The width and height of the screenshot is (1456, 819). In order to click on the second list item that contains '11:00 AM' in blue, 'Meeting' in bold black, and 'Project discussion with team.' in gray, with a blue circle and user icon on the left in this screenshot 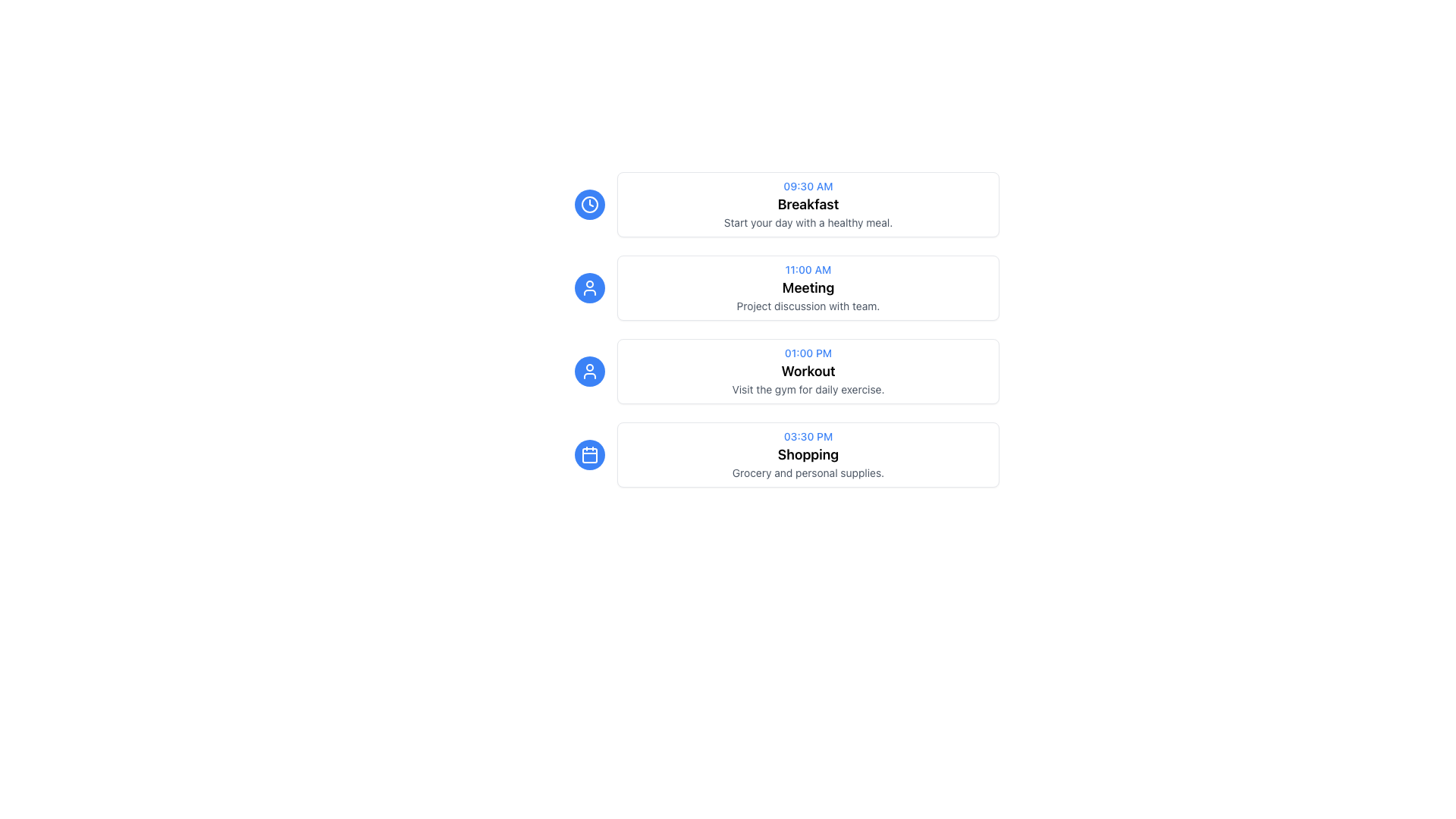, I will do `click(781, 288)`.